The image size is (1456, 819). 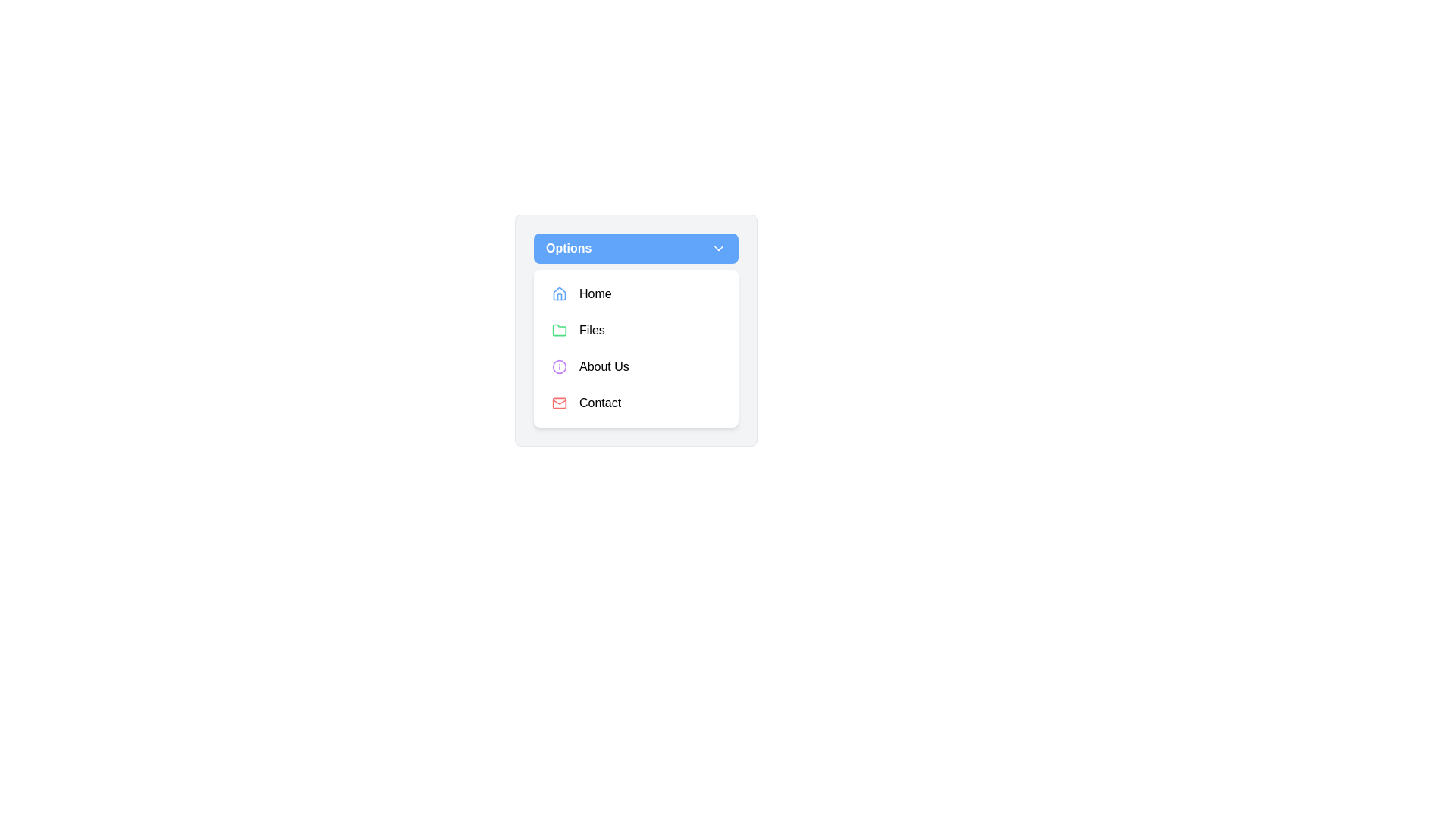 What do you see at coordinates (559, 329) in the screenshot?
I see `the folder icon in the dropdown menu` at bounding box center [559, 329].